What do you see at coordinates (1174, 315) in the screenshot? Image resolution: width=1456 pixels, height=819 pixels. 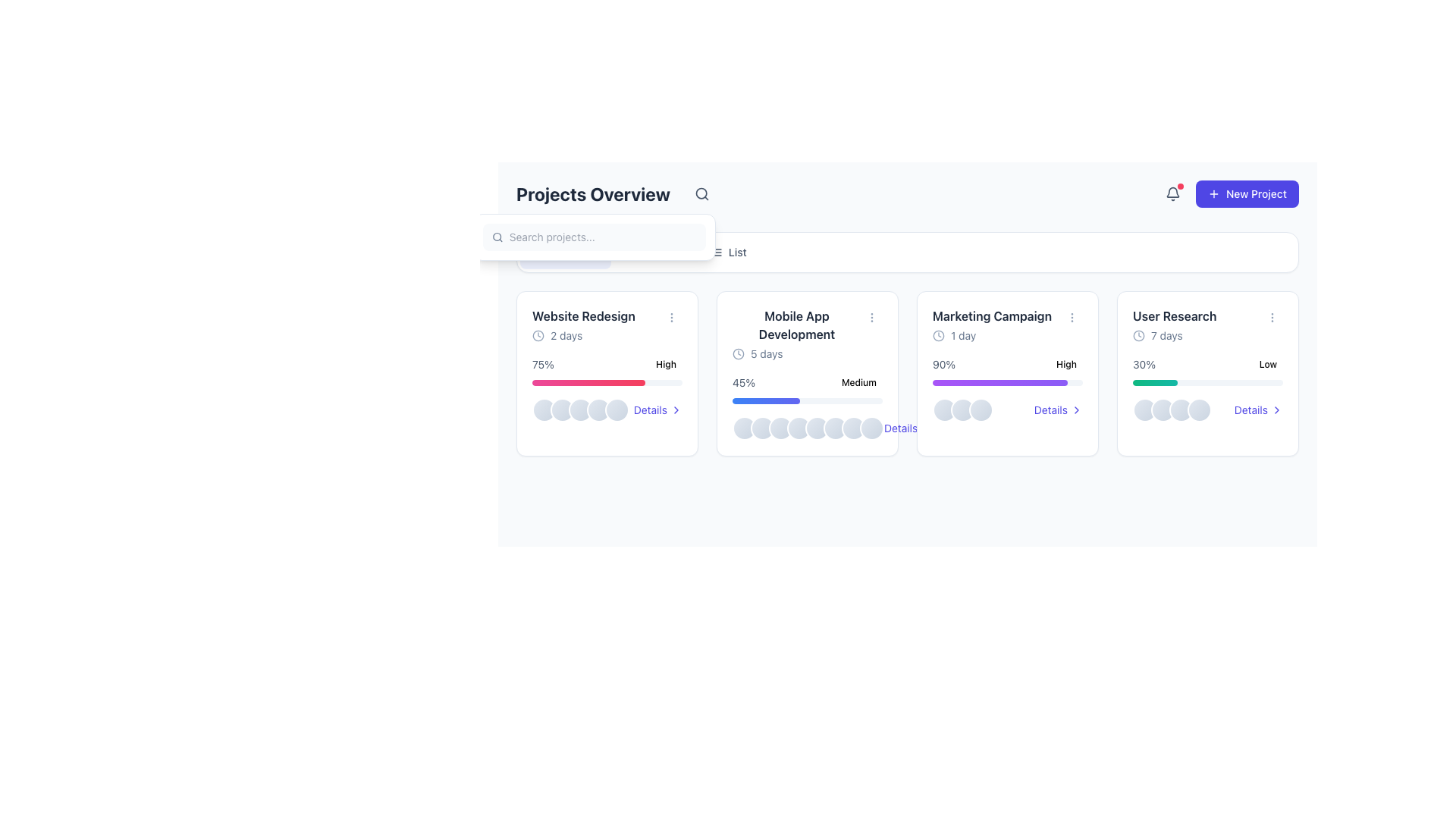 I see `bold text label 'User Research' located at the top-left of the fourth card in the row of project descriptions` at bounding box center [1174, 315].